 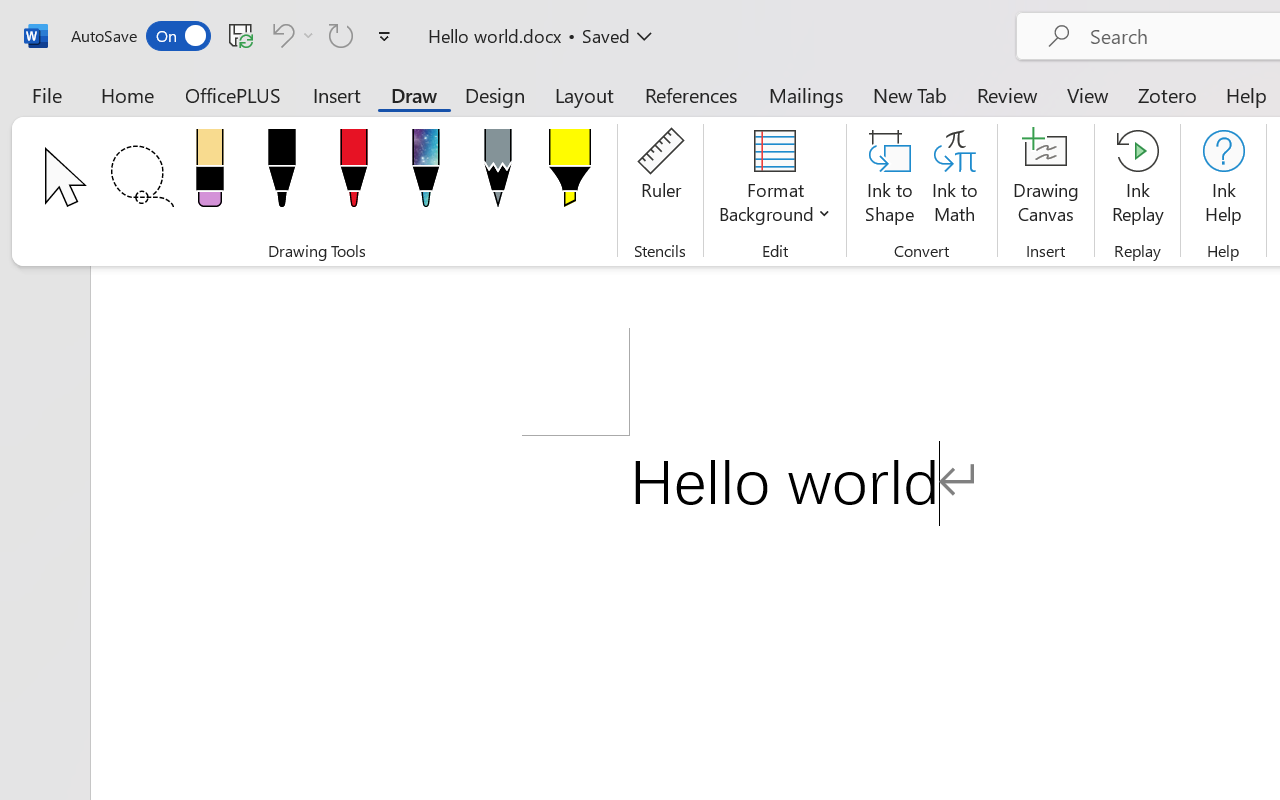 I want to click on 'Pen: Red, 0.5 mm', so click(x=353, y=173).